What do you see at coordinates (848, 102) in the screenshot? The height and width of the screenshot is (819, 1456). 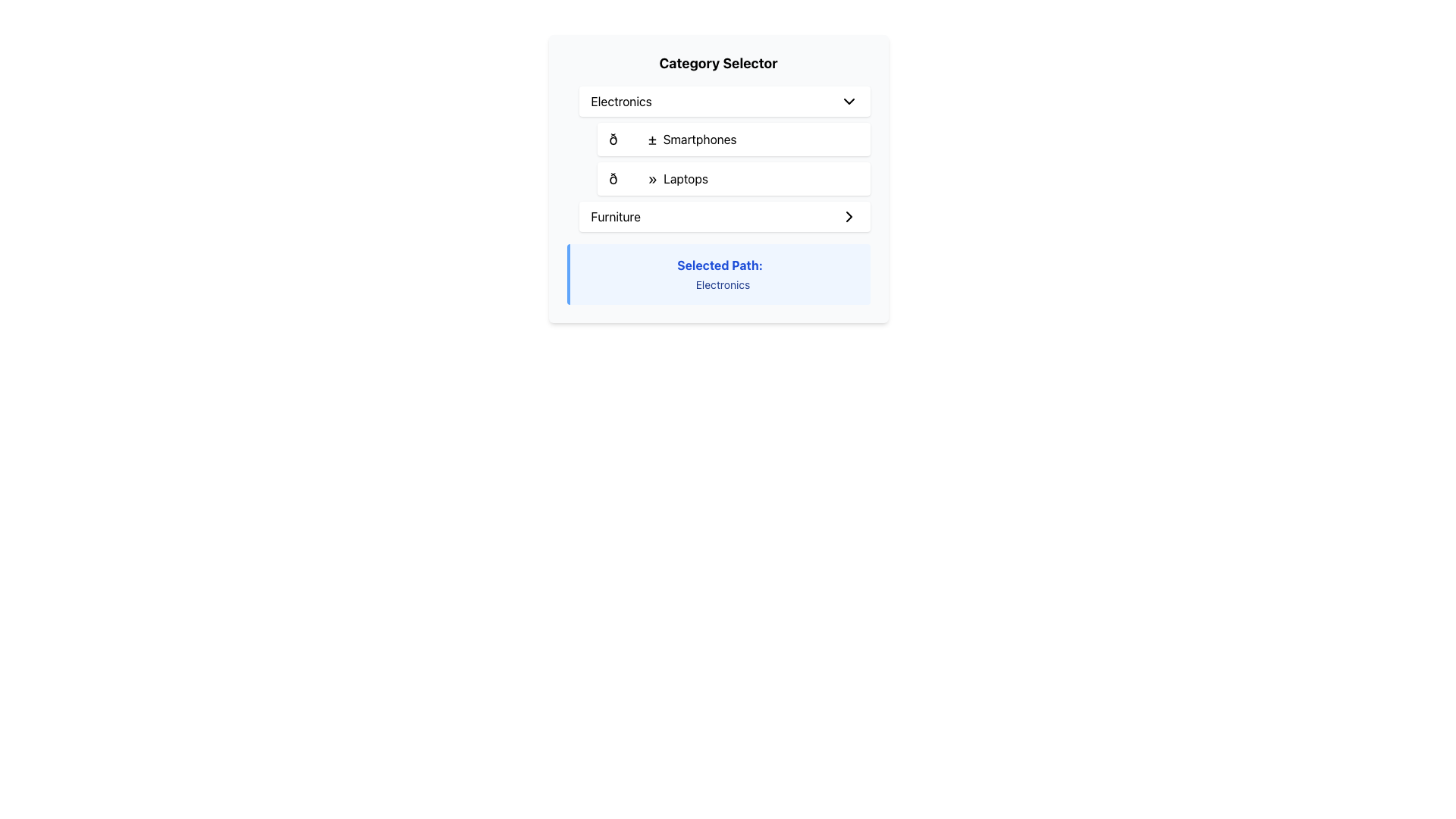 I see `the downward-pointing chevron icon located at the right side of the 'Electronics' button in the dropdown menu` at bounding box center [848, 102].